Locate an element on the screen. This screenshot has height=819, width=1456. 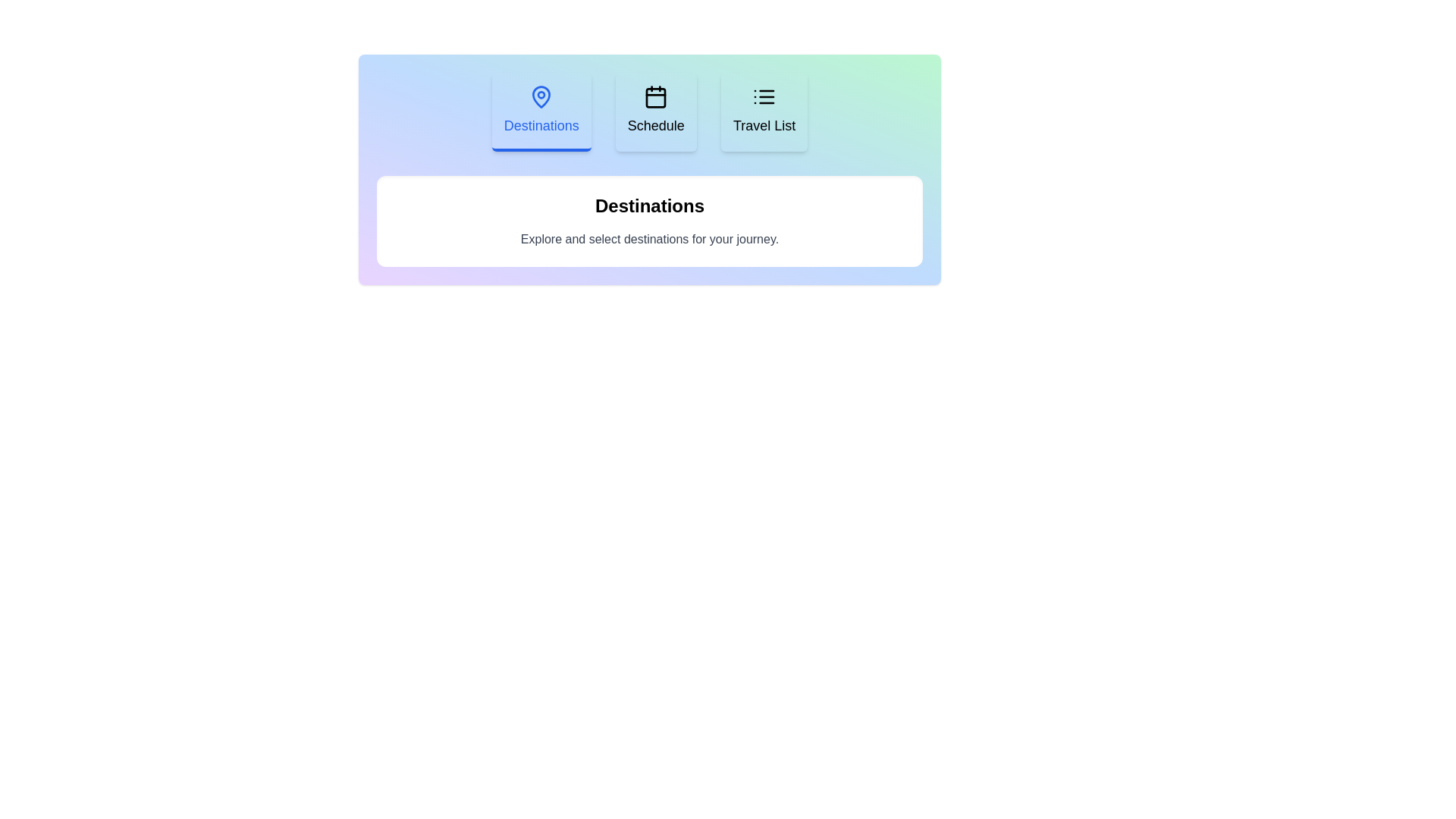
the Travel List tab is located at coordinates (764, 111).